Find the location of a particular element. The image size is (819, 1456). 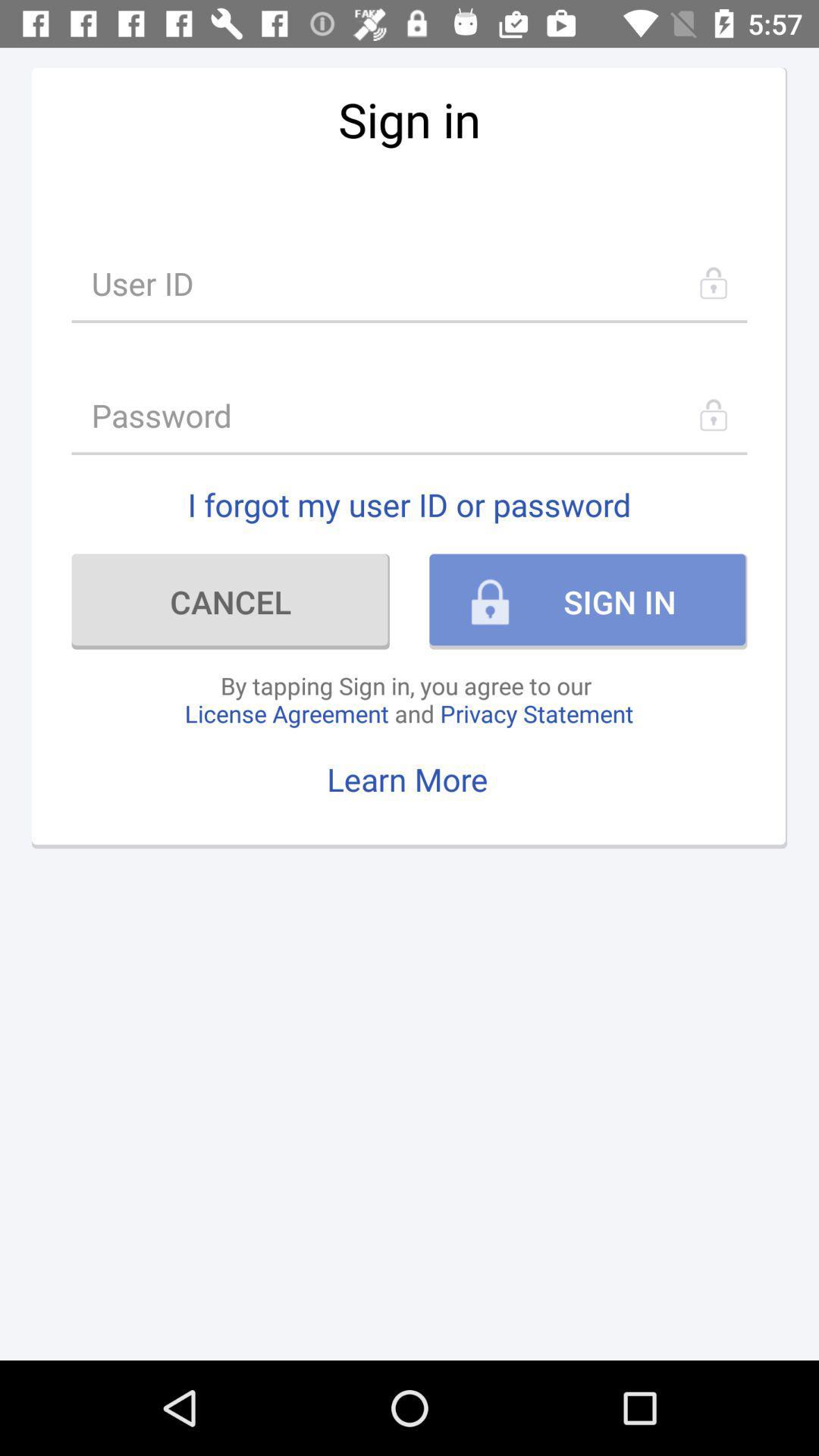

user id tab is located at coordinates (409, 283).